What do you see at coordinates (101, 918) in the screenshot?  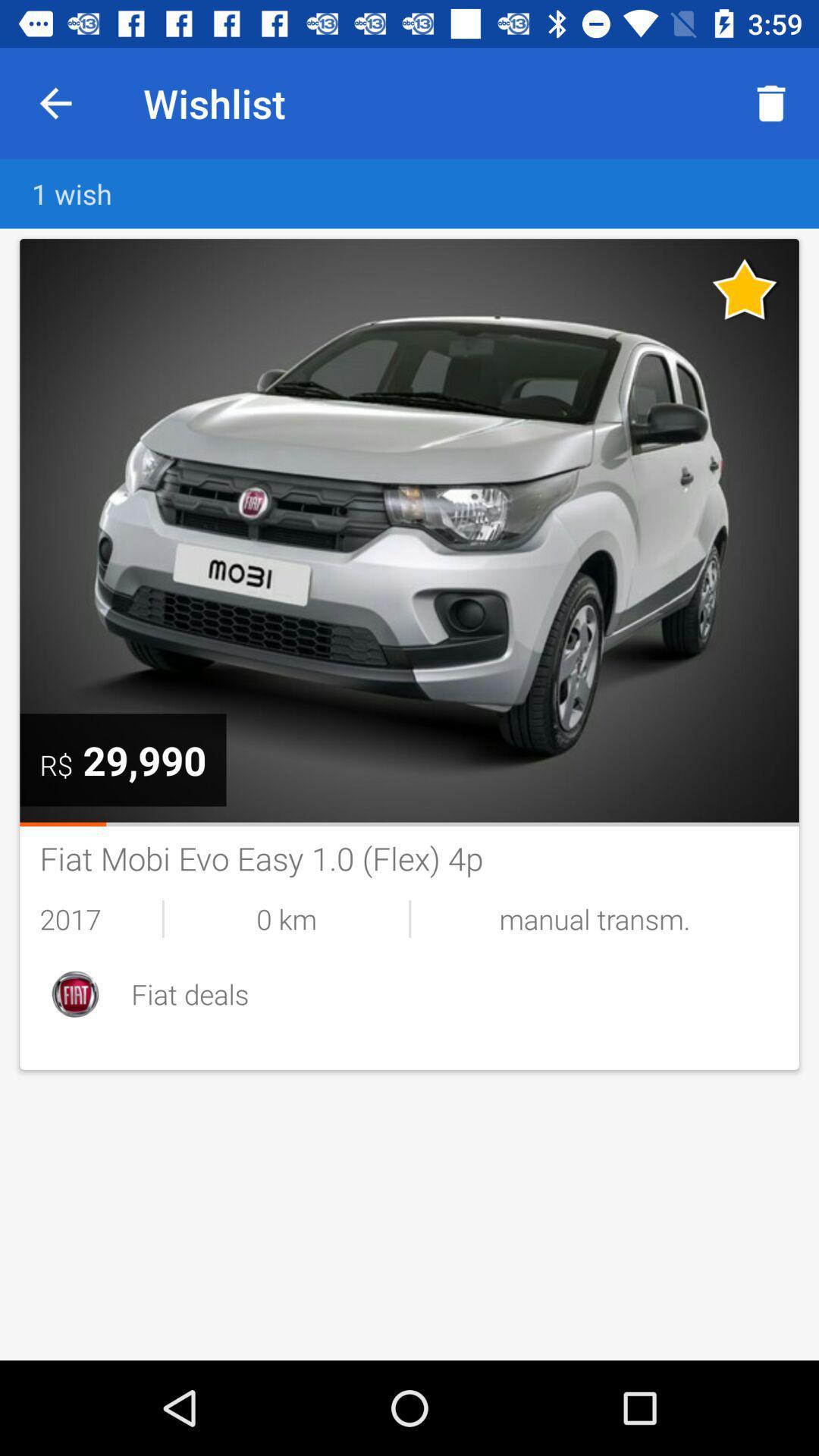 I see `the icon next to 0 km icon` at bounding box center [101, 918].